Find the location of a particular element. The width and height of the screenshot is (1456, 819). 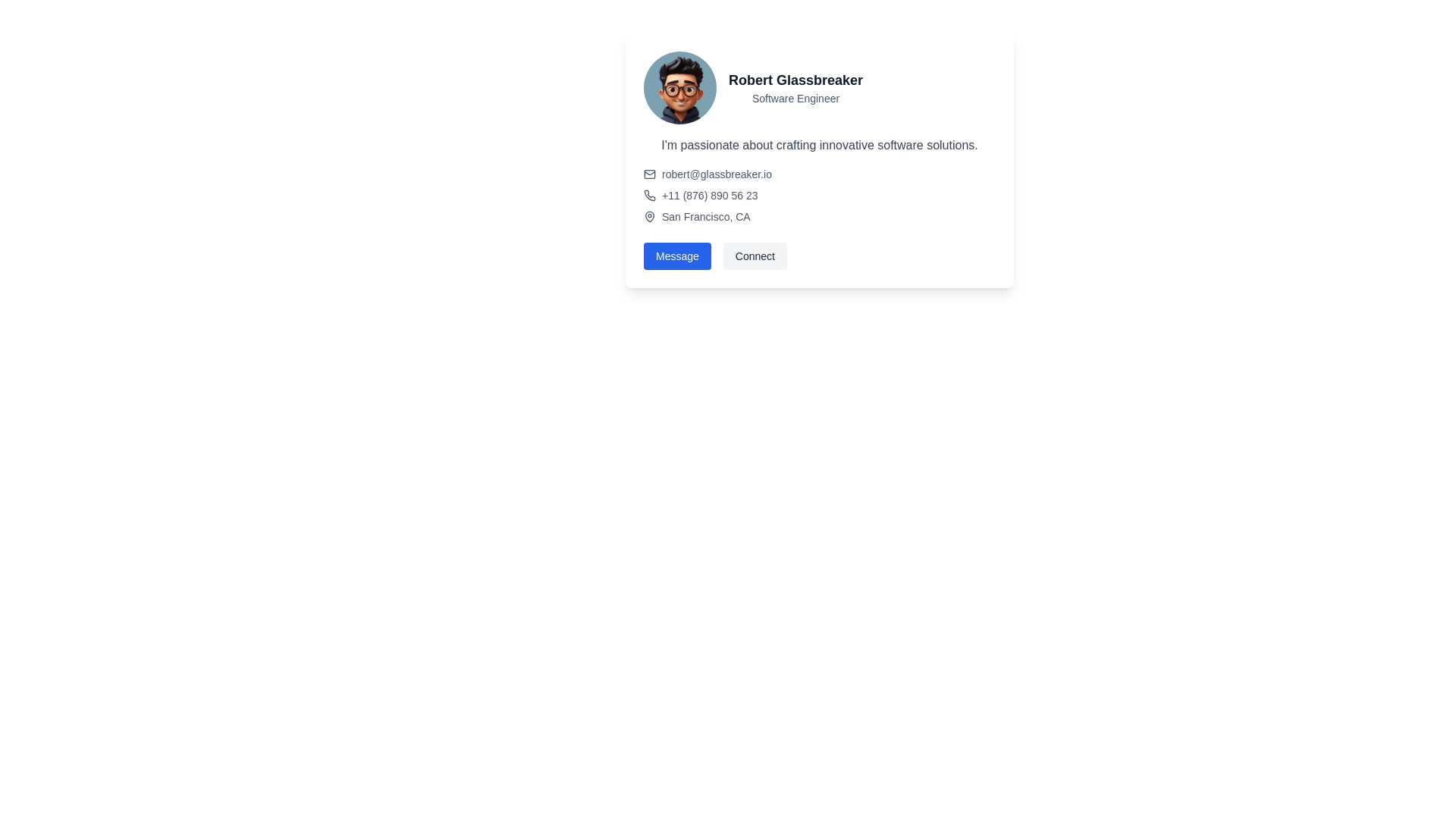

the phone contact icon, which is the leftmost element in the layout adjacent to the phone number '+11 (876) 890 56 23' is located at coordinates (650, 195).